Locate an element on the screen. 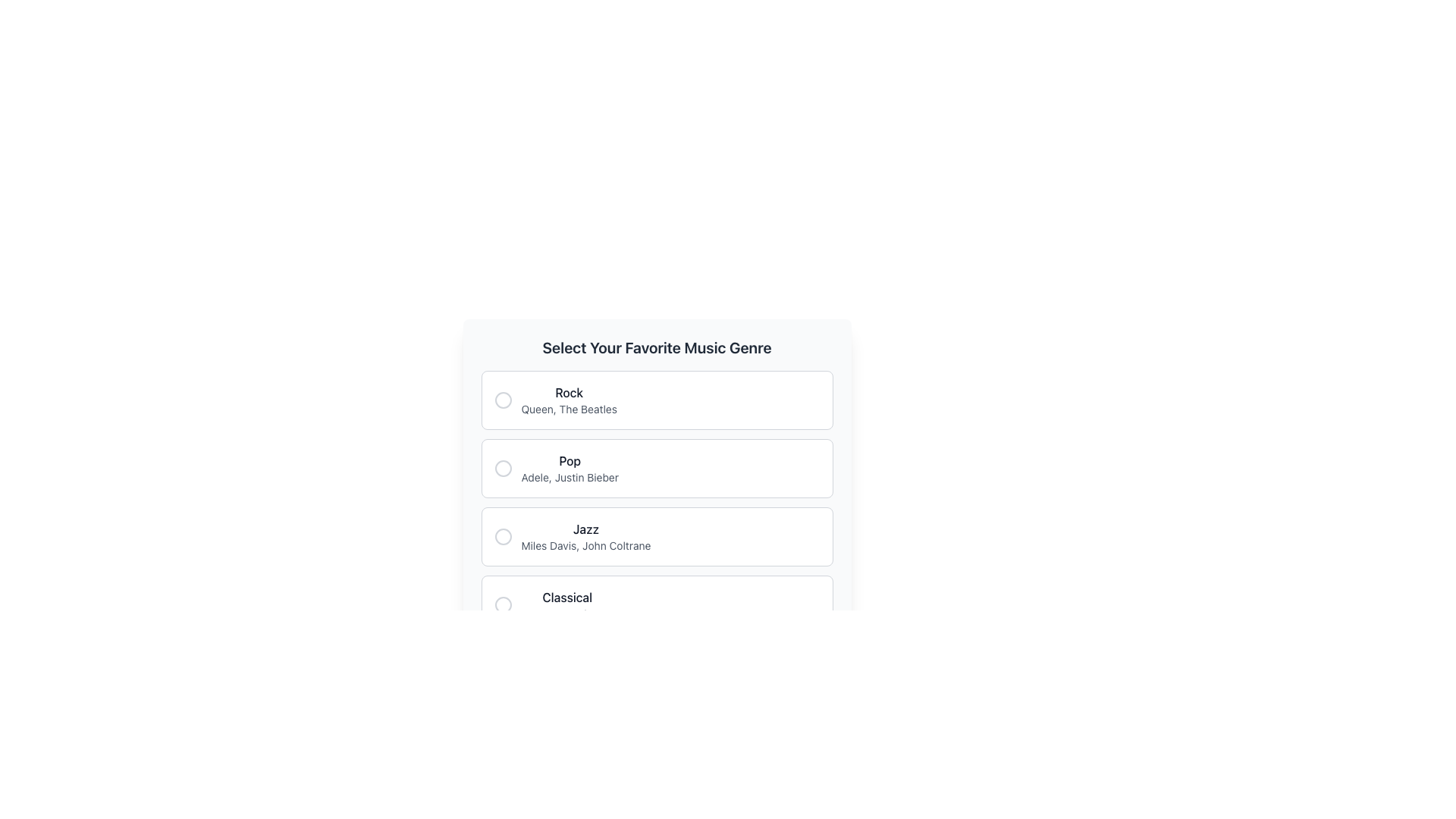 The height and width of the screenshot is (819, 1456). the 'Jazz' radio button in the third position of the selectable list under 'Select Your Favorite Music Genre' is located at coordinates (571, 536).